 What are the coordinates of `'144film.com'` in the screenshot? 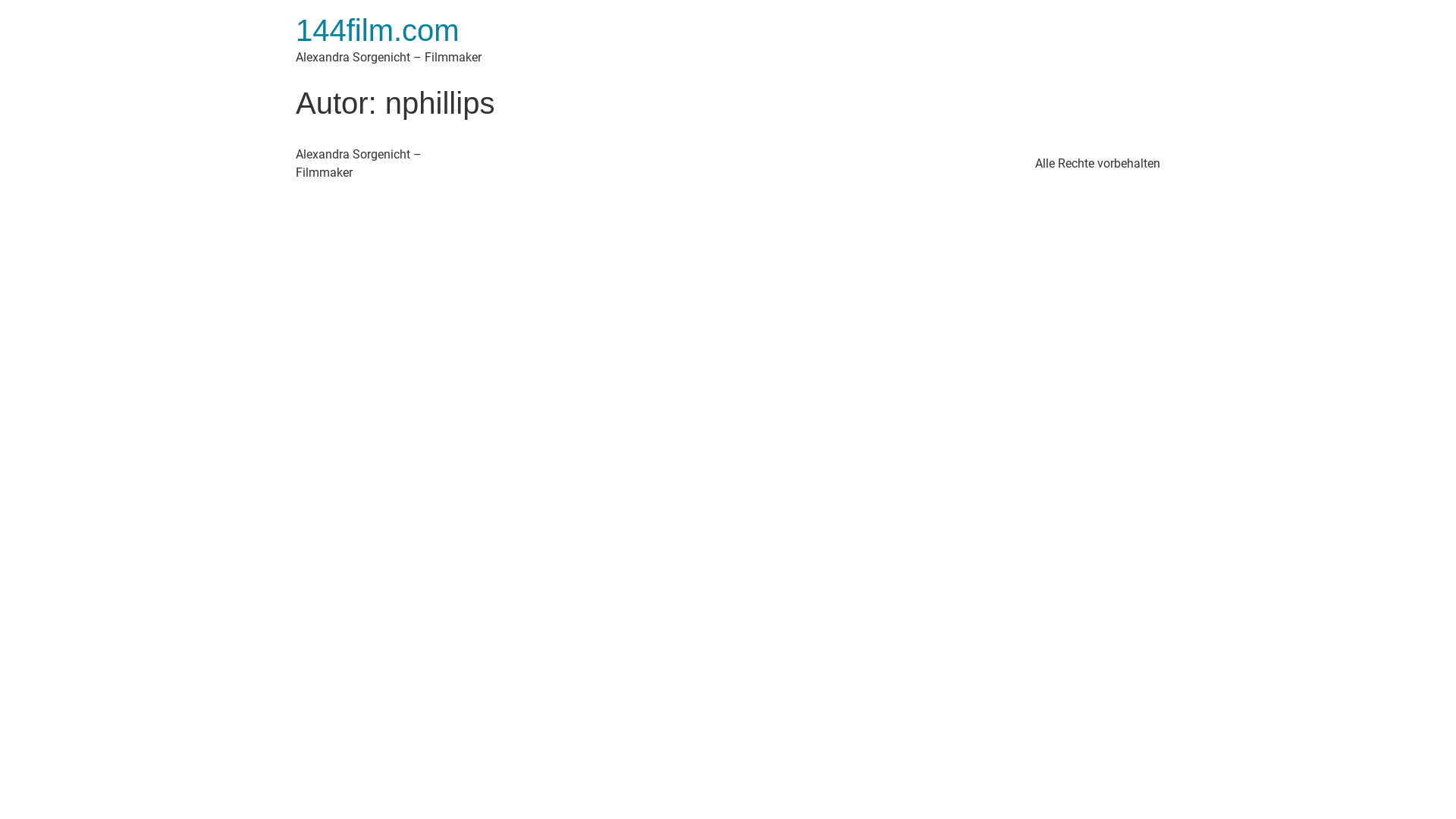 It's located at (378, 30).